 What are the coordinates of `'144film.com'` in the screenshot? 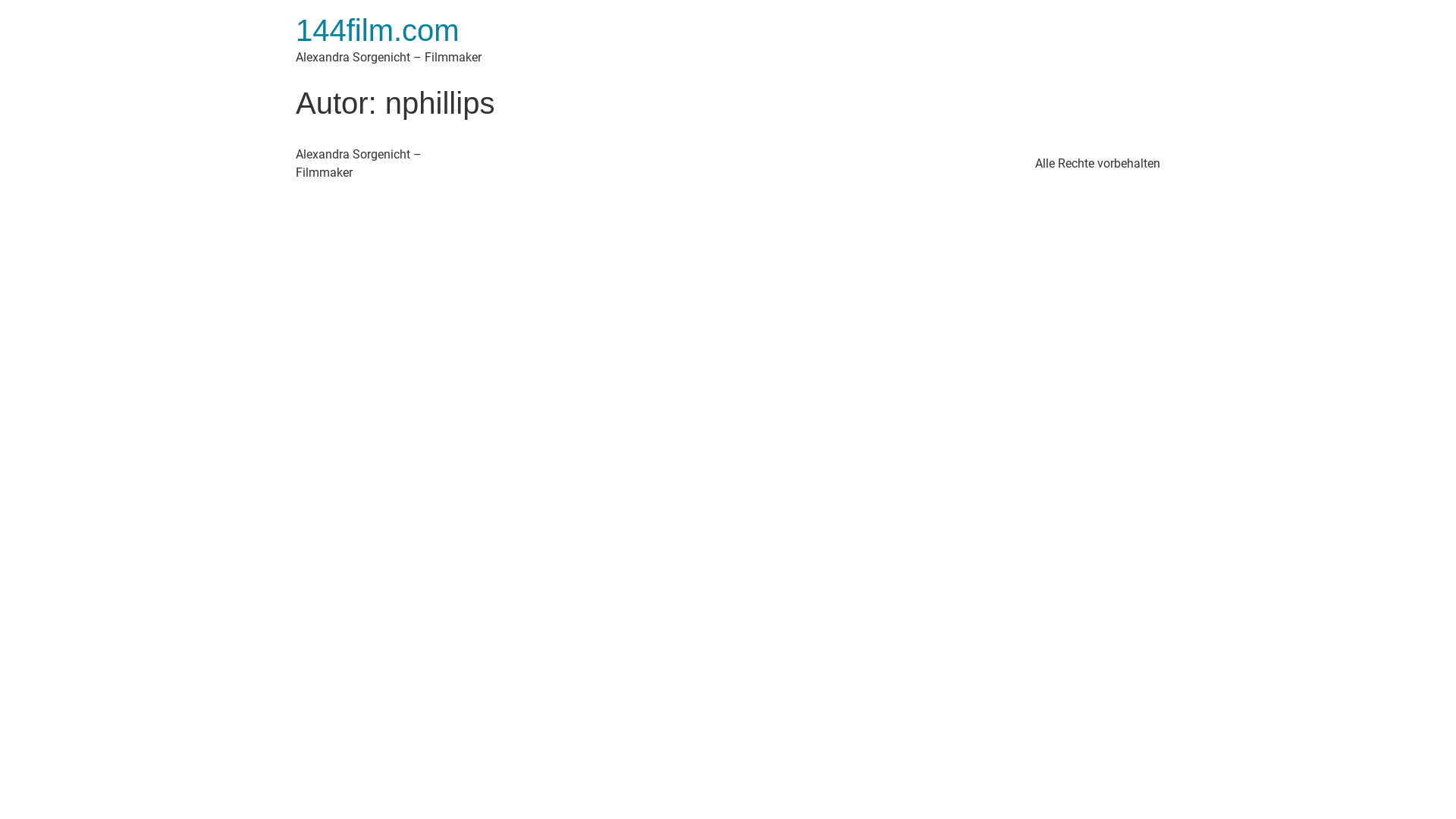 It's located at (378, 30).